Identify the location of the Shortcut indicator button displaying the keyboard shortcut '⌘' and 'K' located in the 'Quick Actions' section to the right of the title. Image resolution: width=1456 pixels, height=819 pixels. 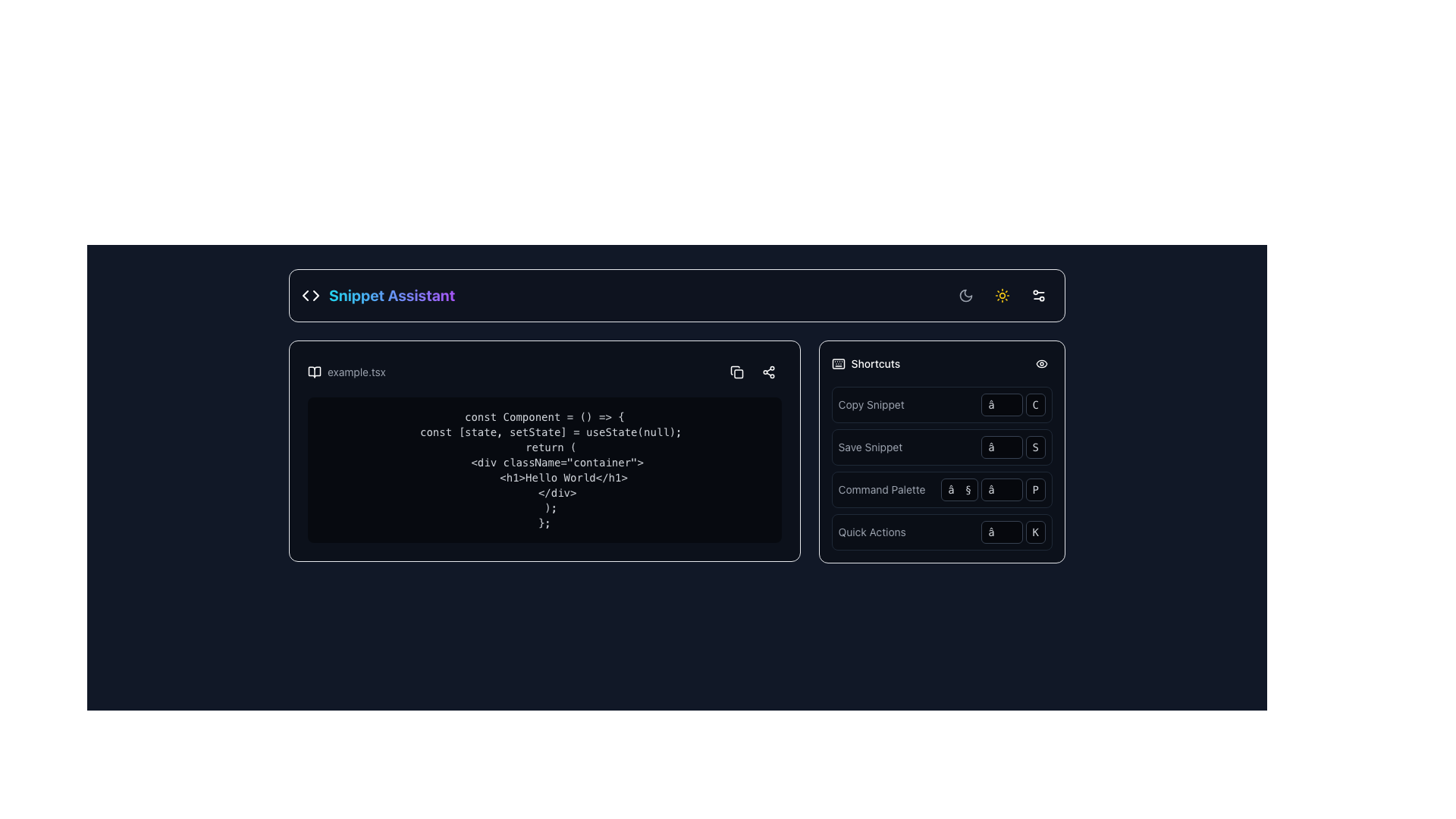
(1013, 532).